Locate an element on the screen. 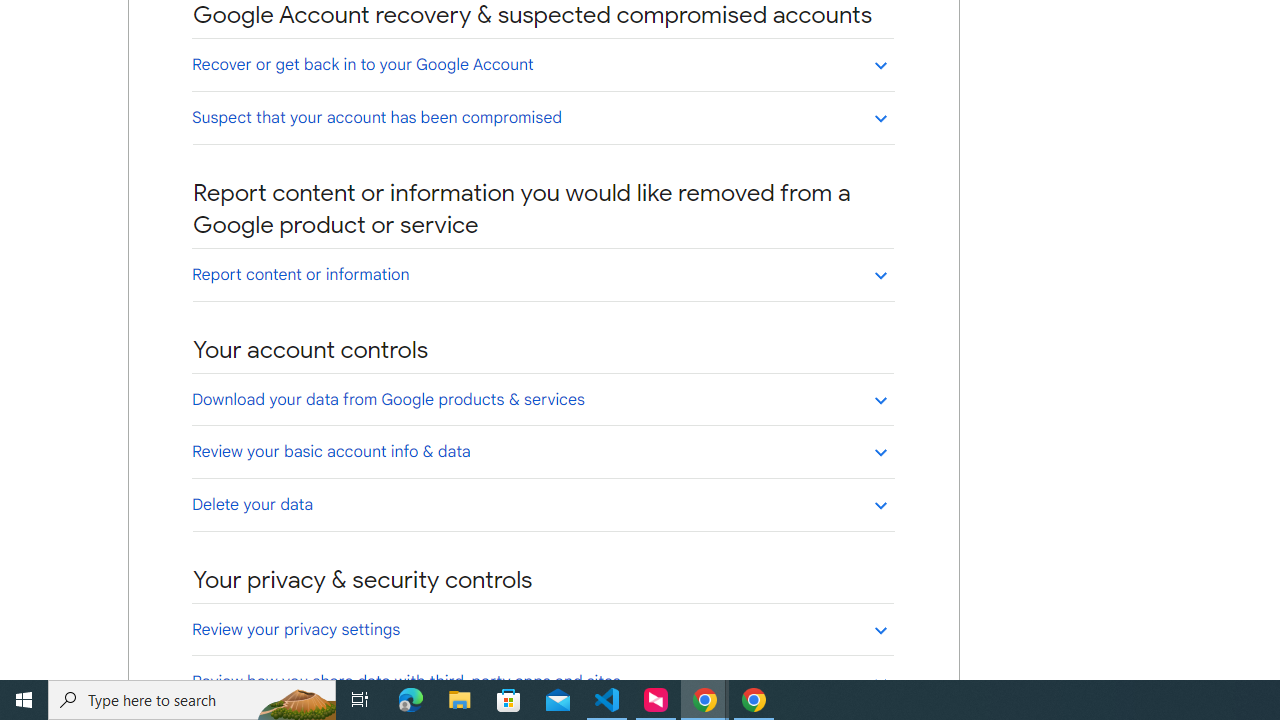  'Review your privacy settings' is located at coordinates (542, 628).